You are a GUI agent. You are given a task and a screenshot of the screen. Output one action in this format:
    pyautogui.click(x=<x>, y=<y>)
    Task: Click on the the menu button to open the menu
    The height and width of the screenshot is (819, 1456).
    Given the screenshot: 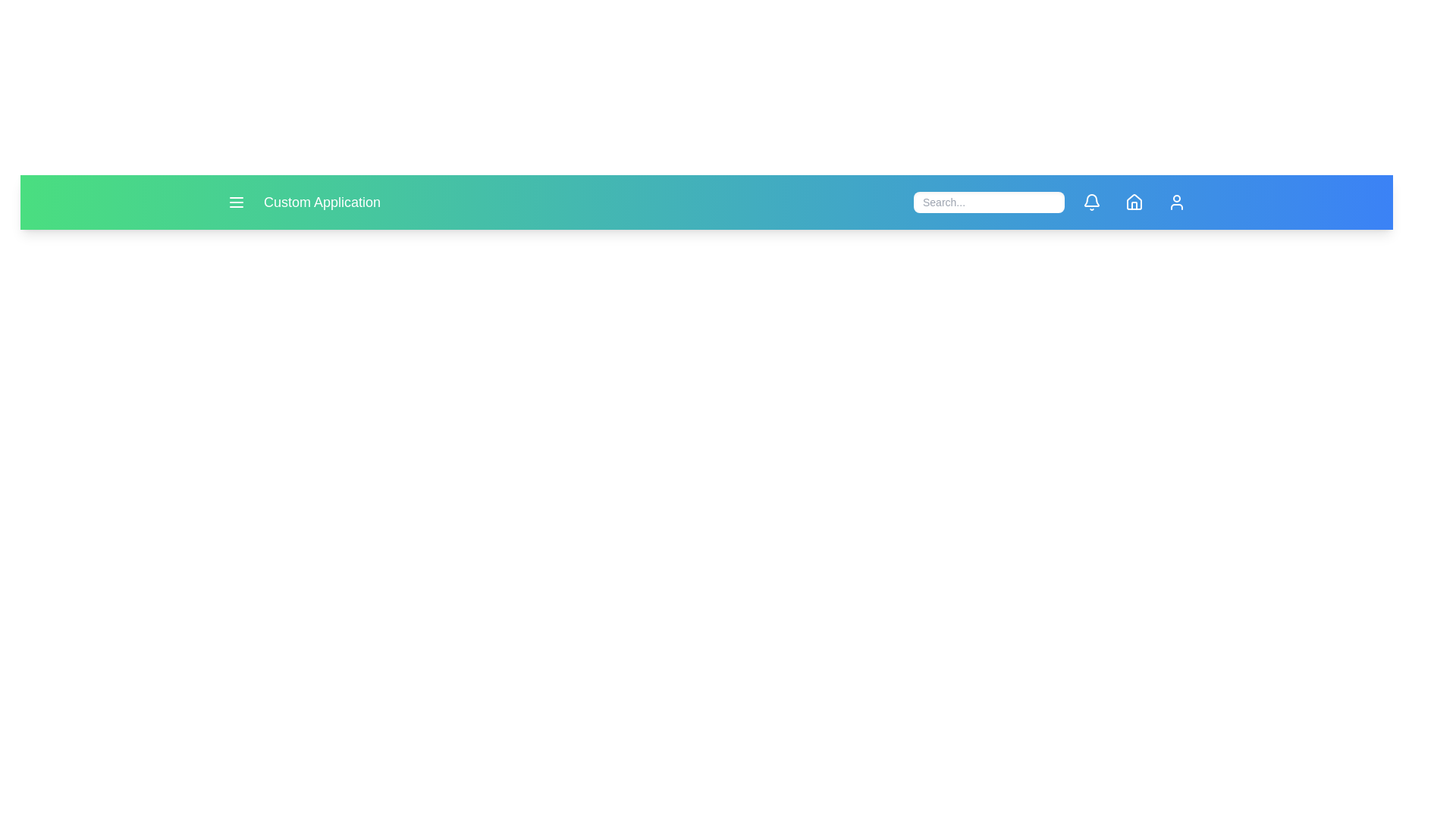 What is the action you would take?
    pyautogui.click(x=236, y=201)
    